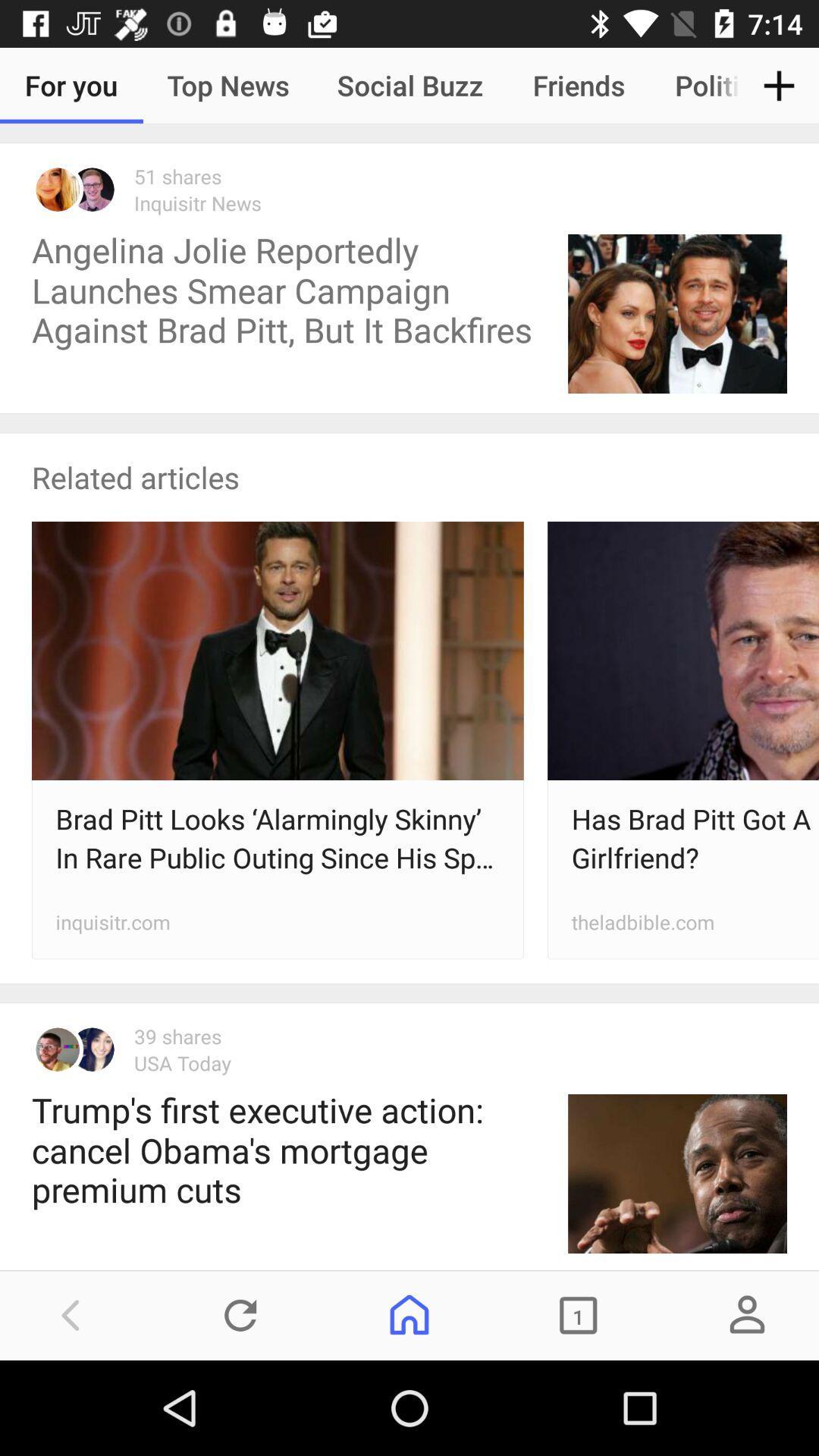 The image size is (819, 1456). I want to click on the avatar icon, so click(746, 1314).